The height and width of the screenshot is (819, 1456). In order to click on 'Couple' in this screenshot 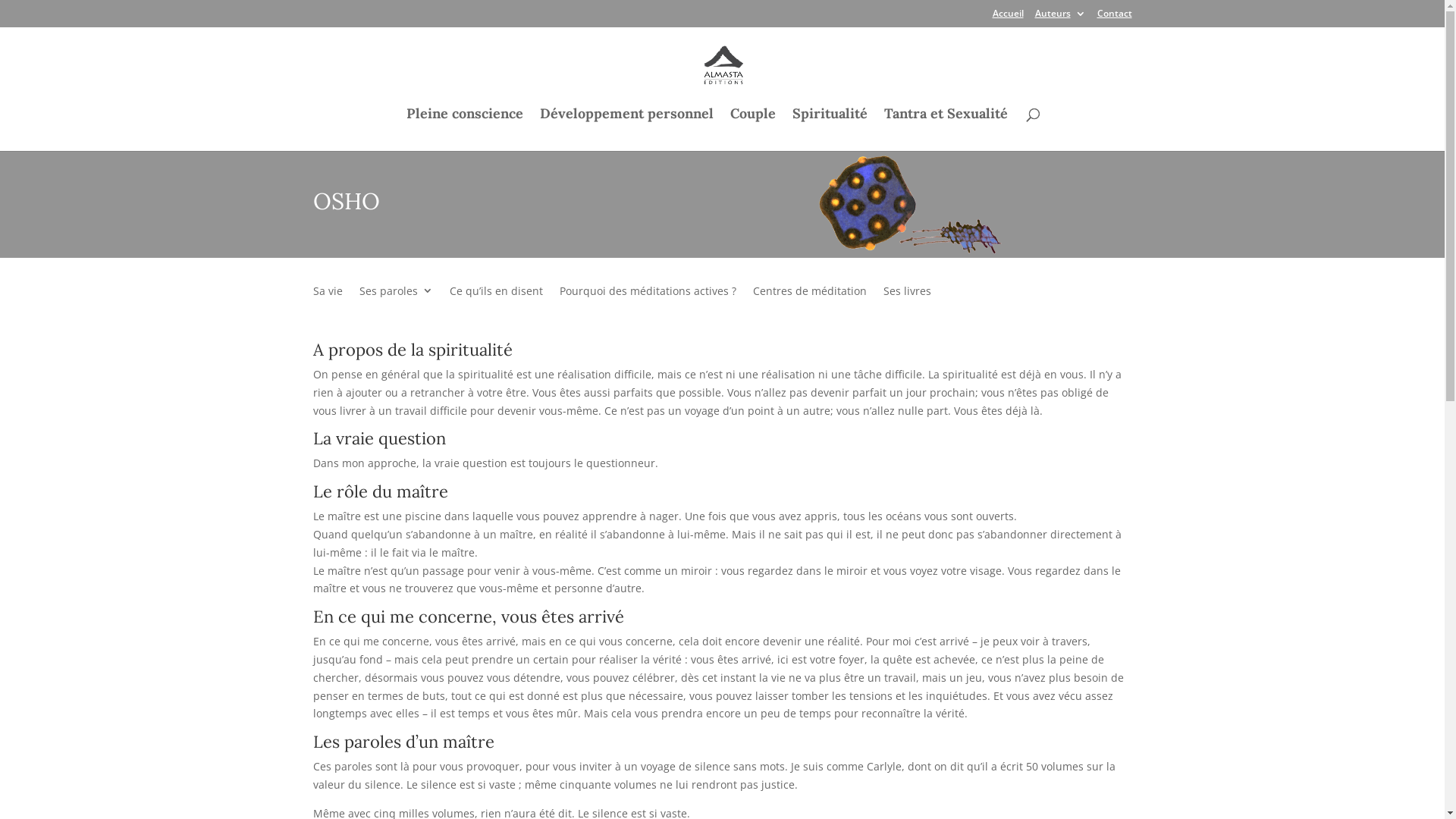, I will do `click(753, 126)`.